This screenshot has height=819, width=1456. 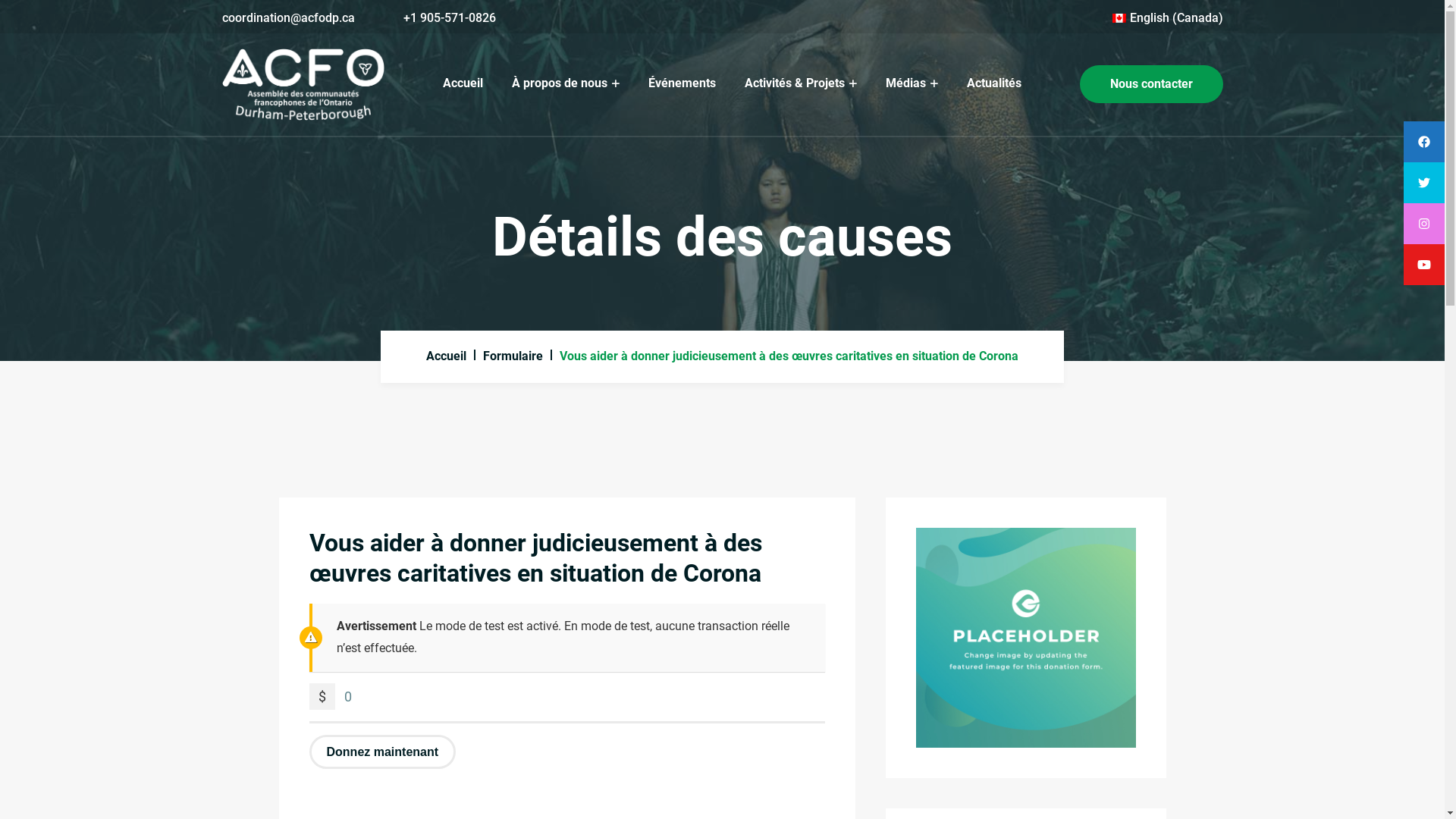 What do you see at coordinates (382, 752) in the screenshot?
I see `'Donnez maintenant'` at bounding box center [382, 752].